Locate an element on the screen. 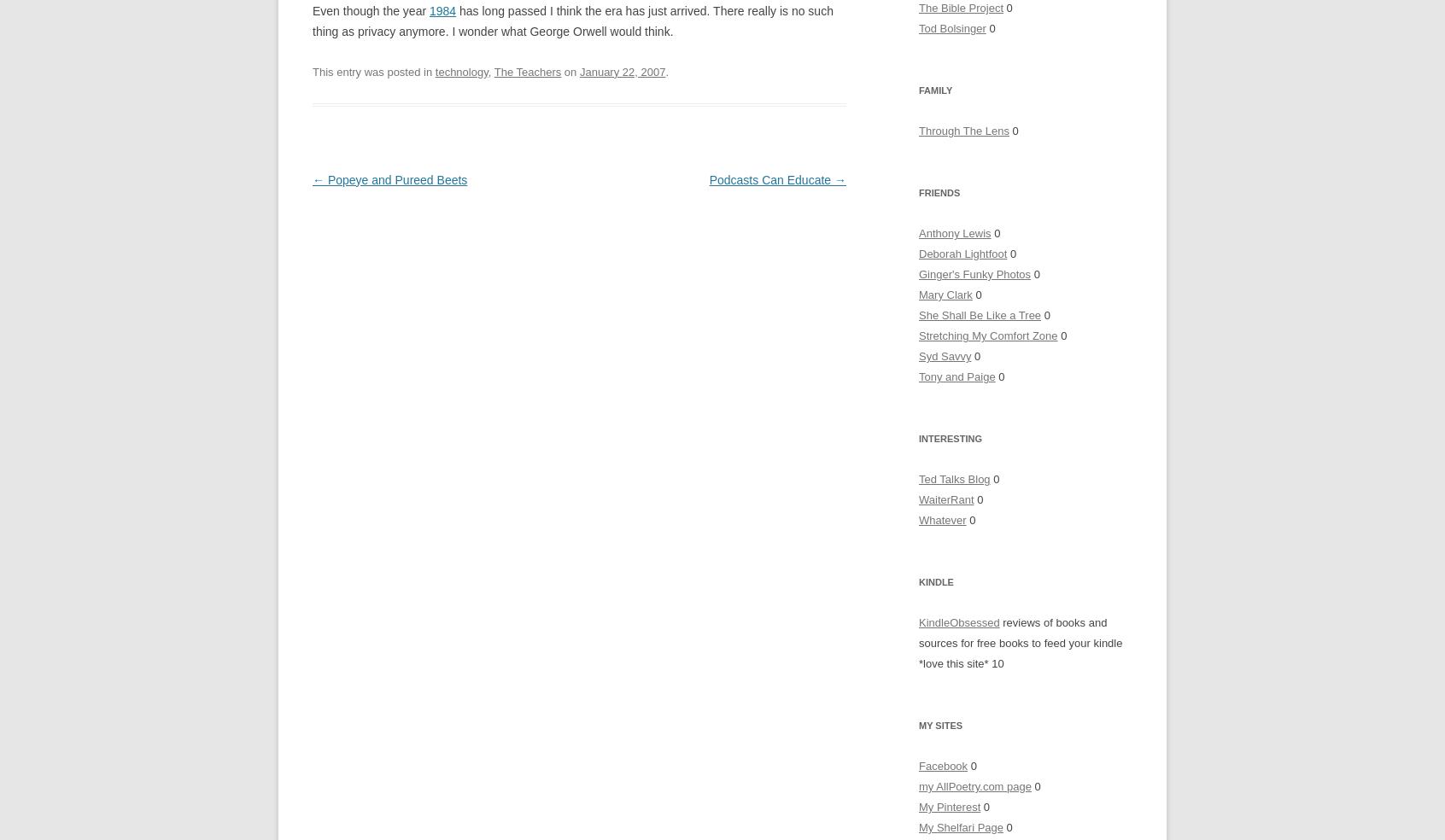  'She Shall Be Like a Tree' is located at coordinates (918, 314).